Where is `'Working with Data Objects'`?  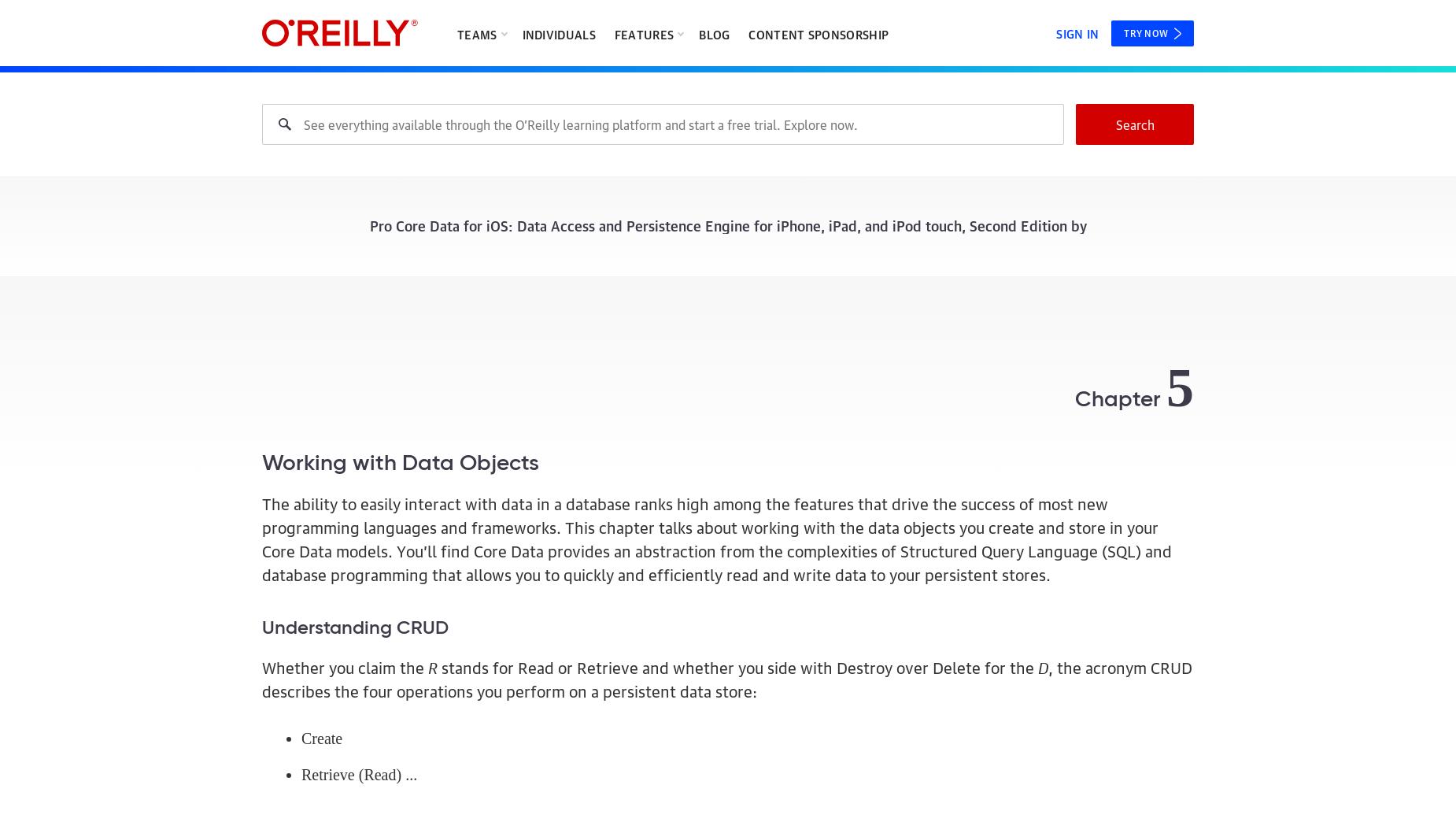 'Working with Data Objects' is located at coordinates (261, 463).